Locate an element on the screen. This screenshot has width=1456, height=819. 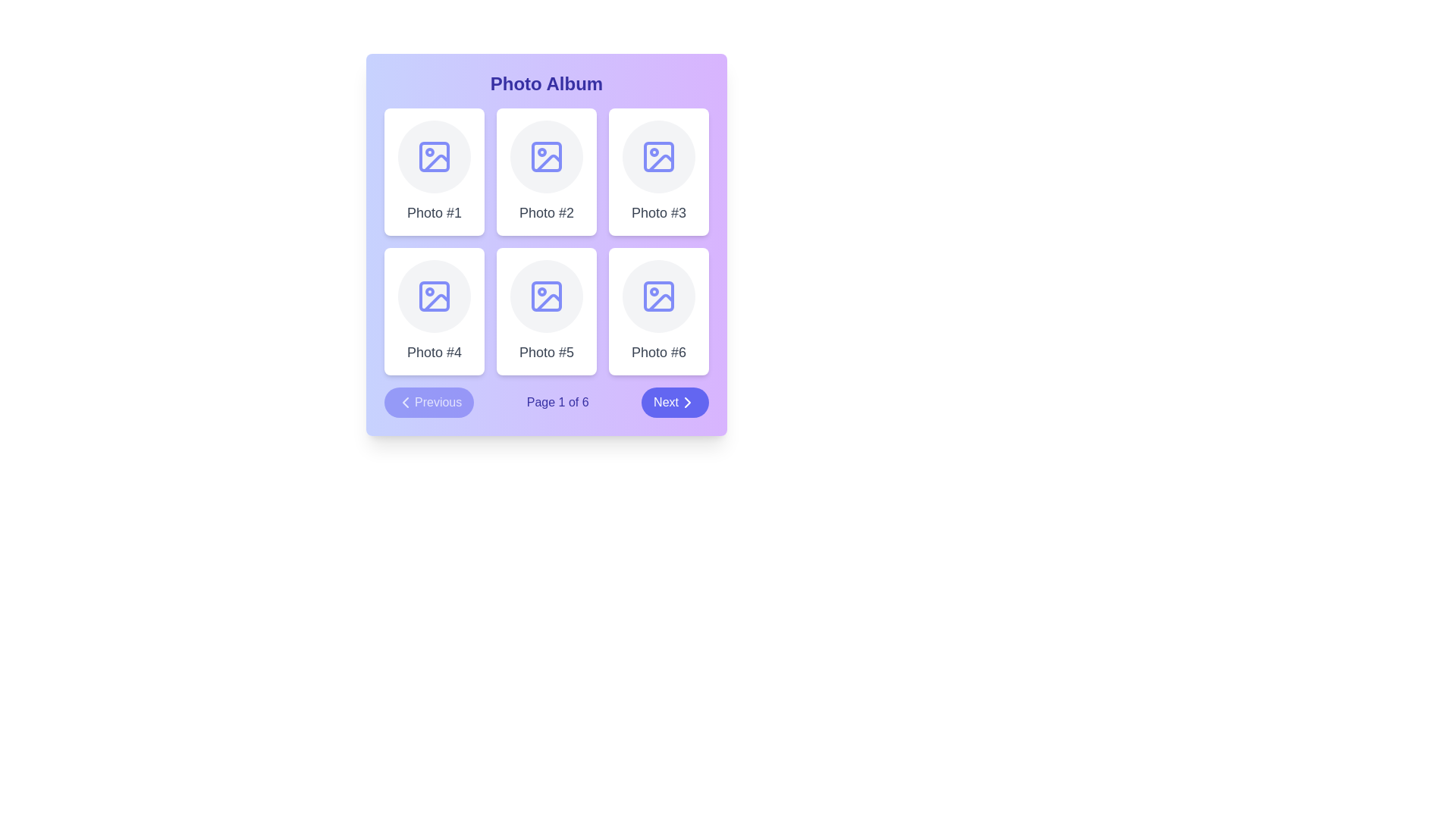
the first card in the photo album interface, which has a white background, rounded corners, and contains a circular gray area with an indigo icon and the label 'Photo #1' is located at coordinates (433, 171).